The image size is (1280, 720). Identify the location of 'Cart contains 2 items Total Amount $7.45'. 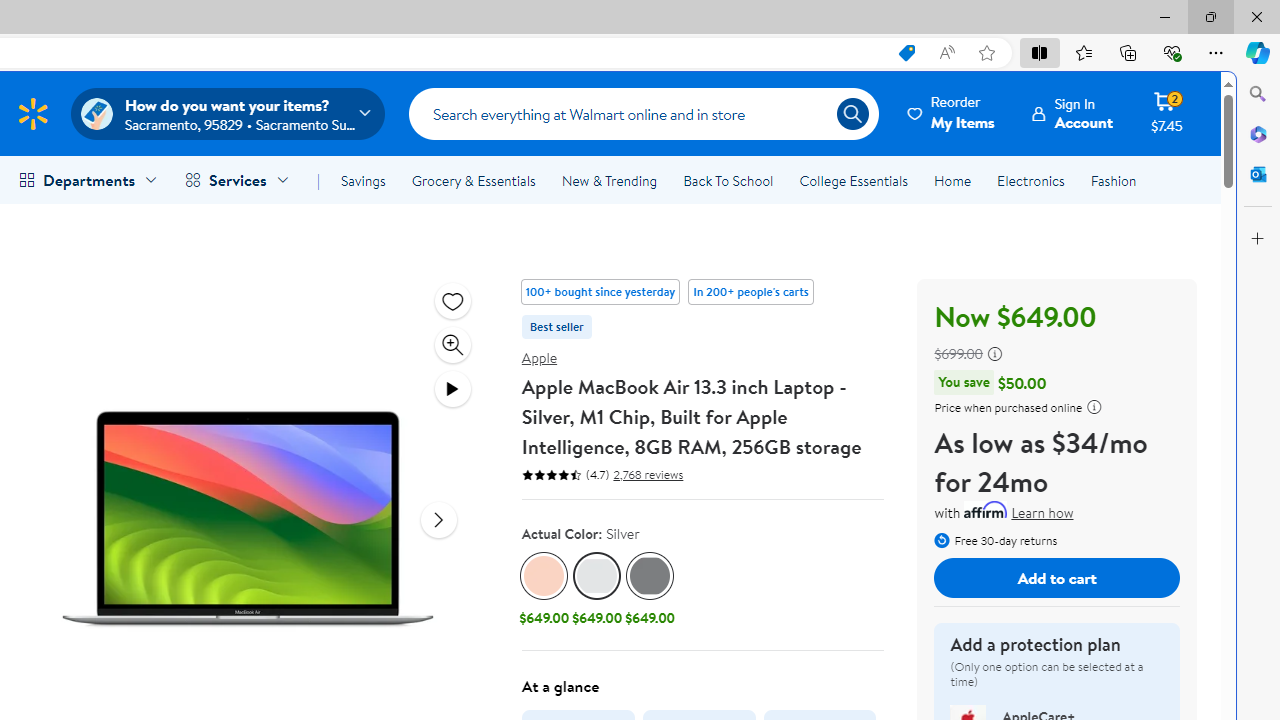
(1166, 113).